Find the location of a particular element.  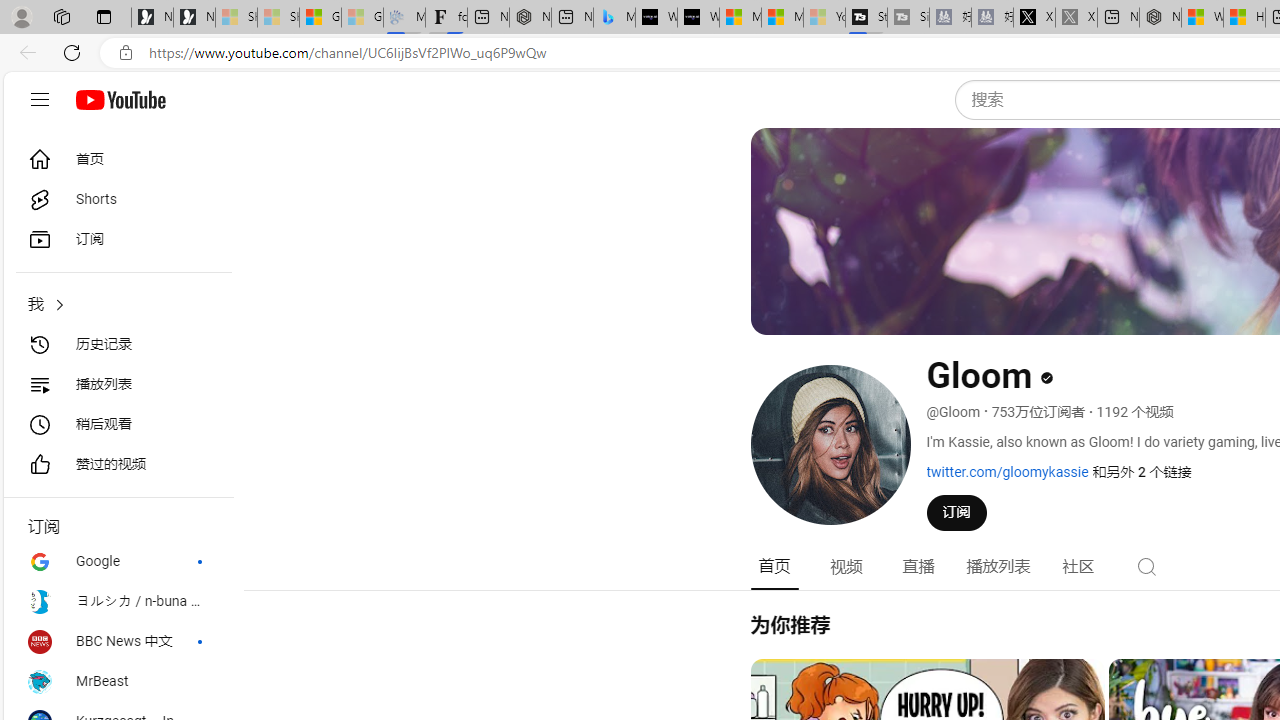

'Shorts' is located at coordinates (116, 200).